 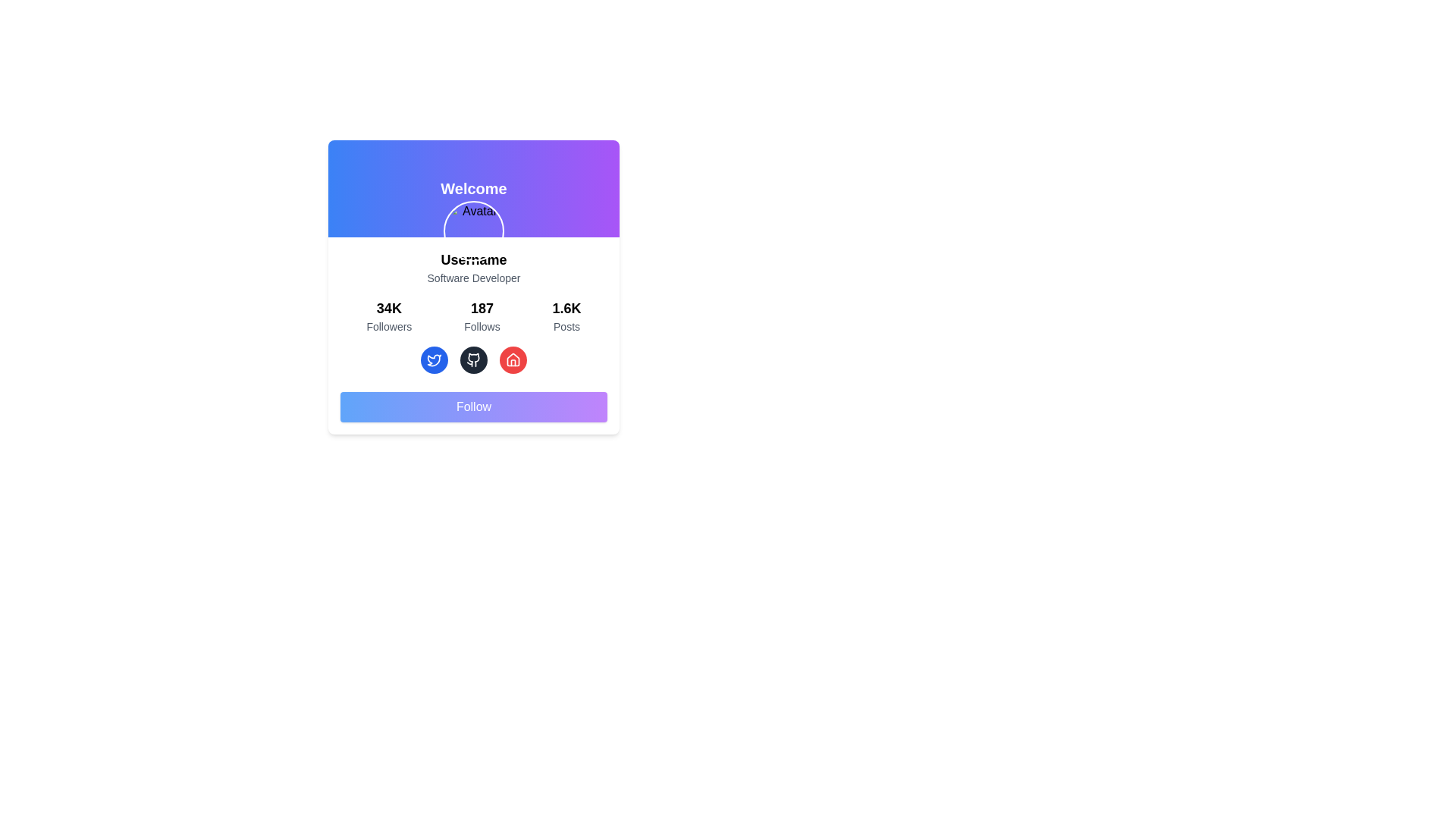 I want to click on the interactive button with an icon, which is the fourth element in the horizontal row of icons at the bottom center of the card layout, so click(x=513, y=359).